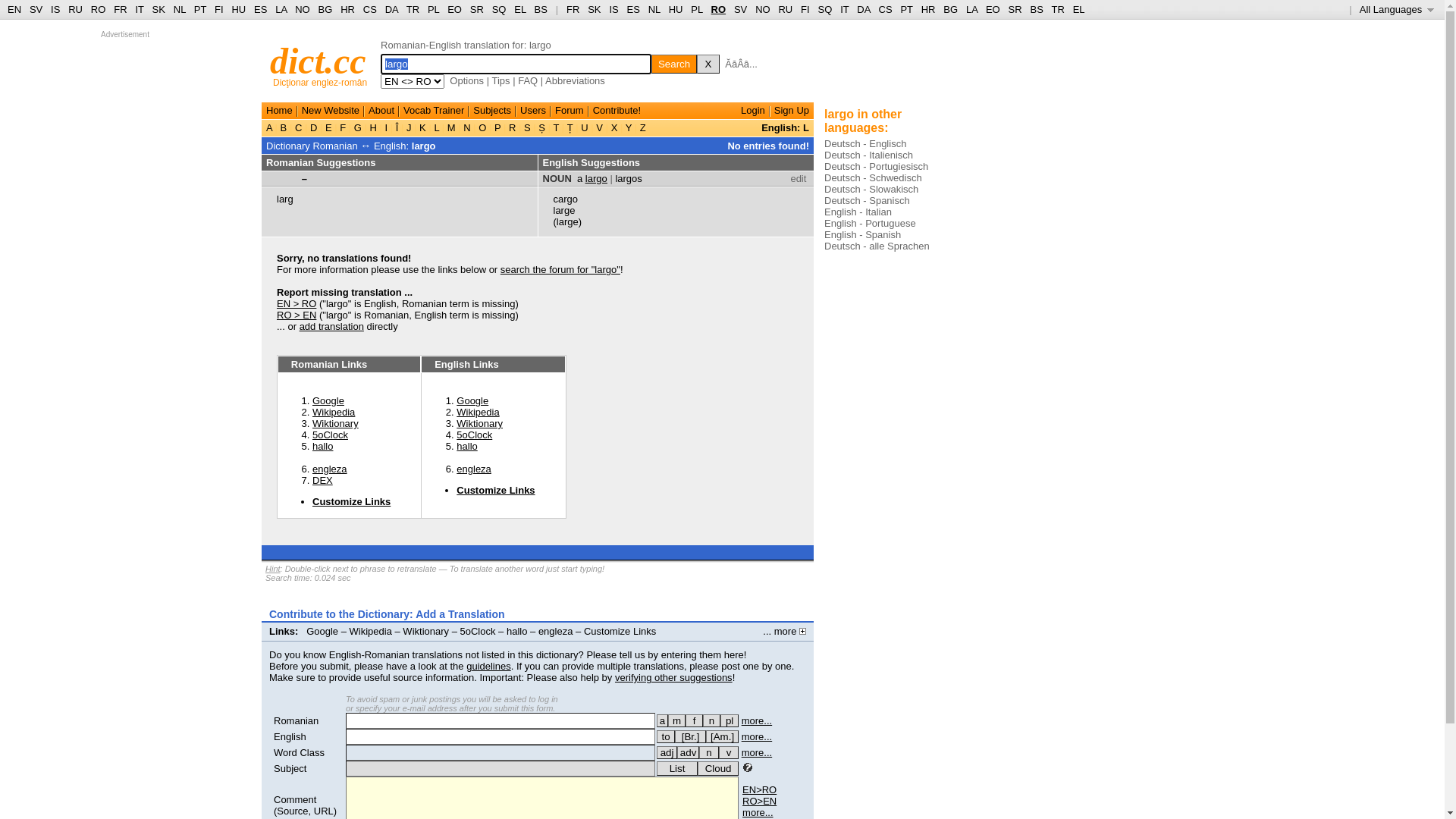 This screenshot has width=1456, height=819. Describe the element at coordinates (784, 631) in the screenshot. I see `'... more'` at that location.